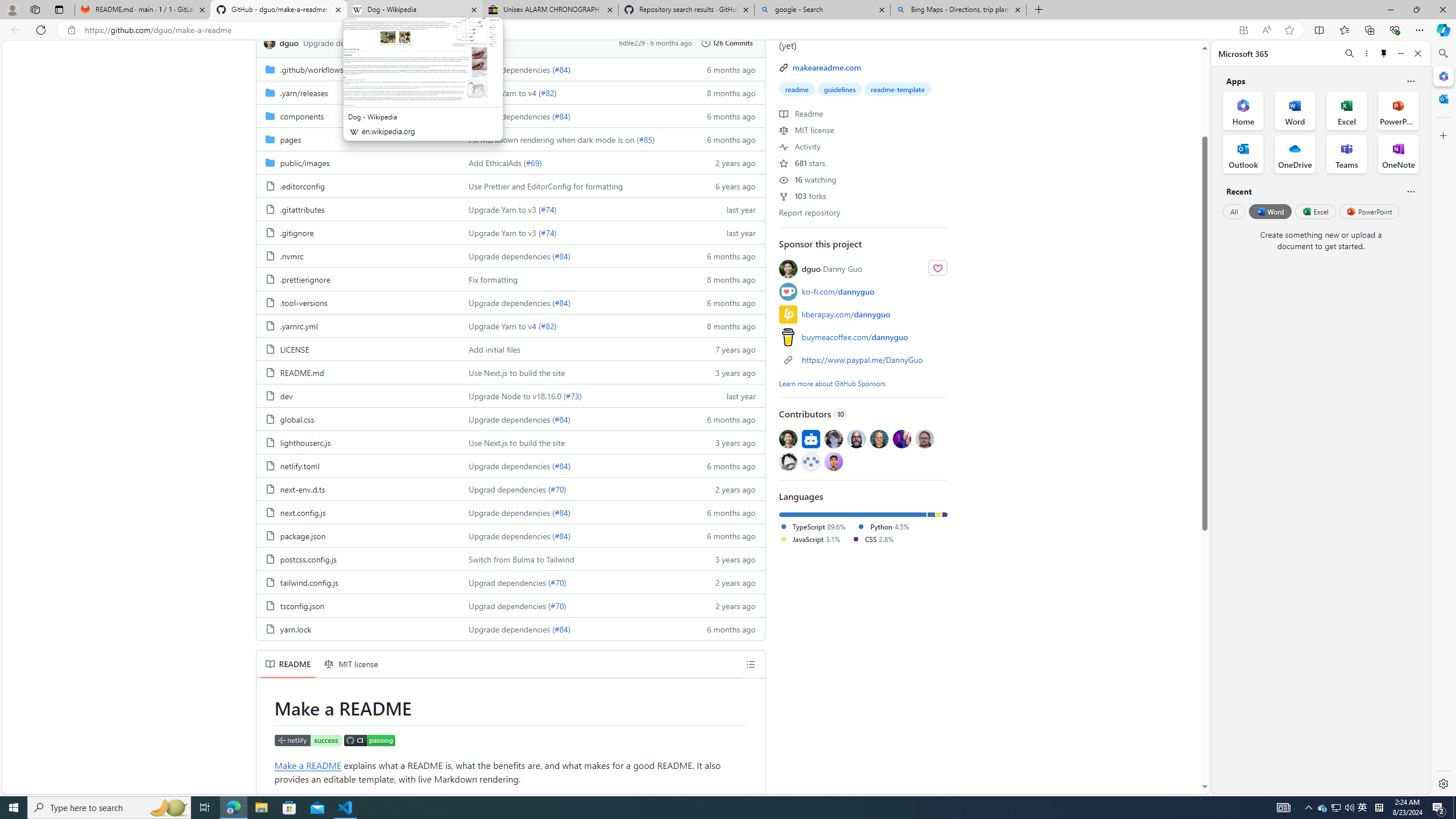 This screenshot has height=819, width=1456. Describe the element at coordinates (510, 535) in the screenshot. I see `'AutomationID: folder-row-20'` at that location.